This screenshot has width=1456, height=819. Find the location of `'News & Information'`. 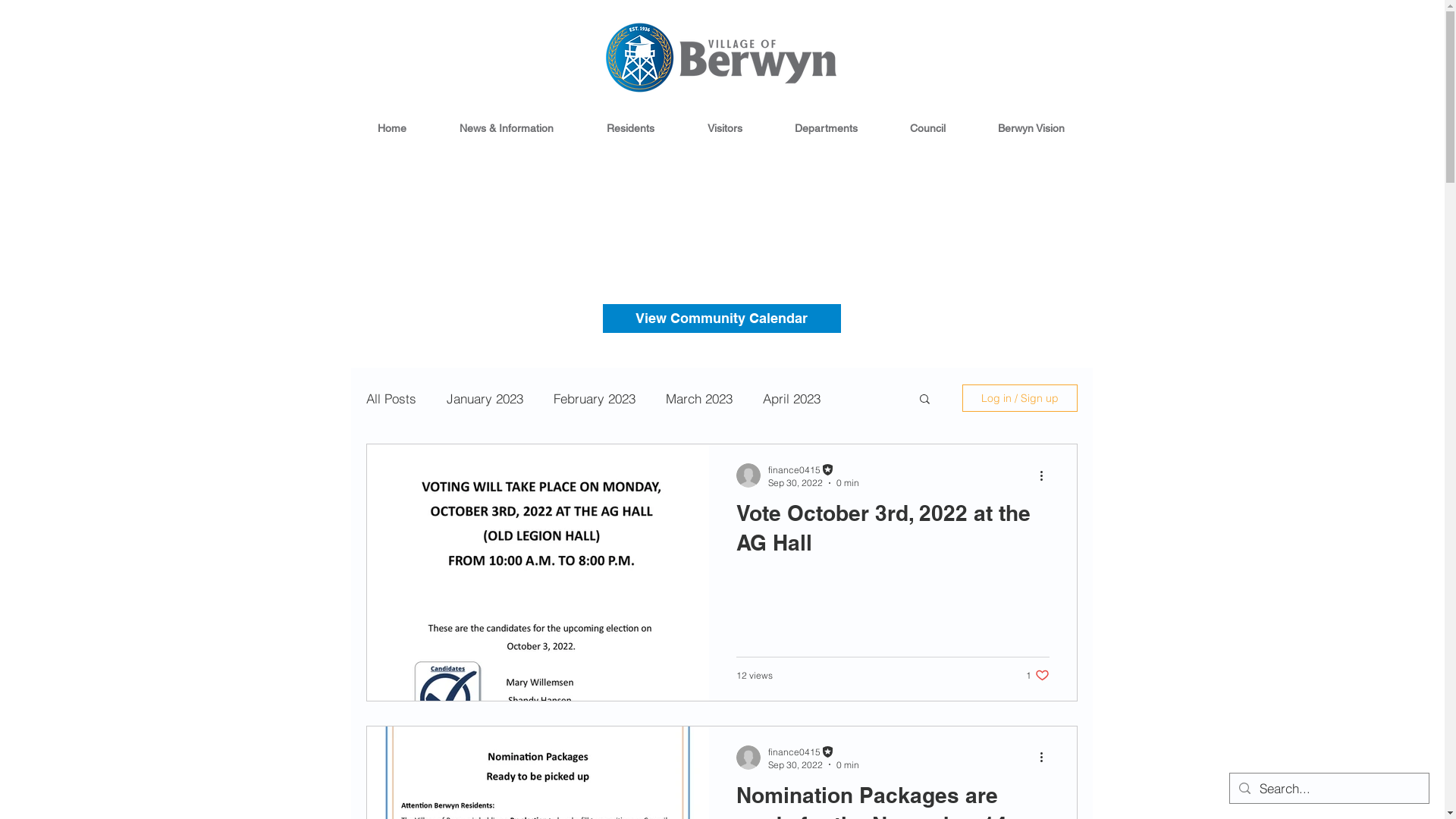

'News & Information' is located at coordinates (506, 127).